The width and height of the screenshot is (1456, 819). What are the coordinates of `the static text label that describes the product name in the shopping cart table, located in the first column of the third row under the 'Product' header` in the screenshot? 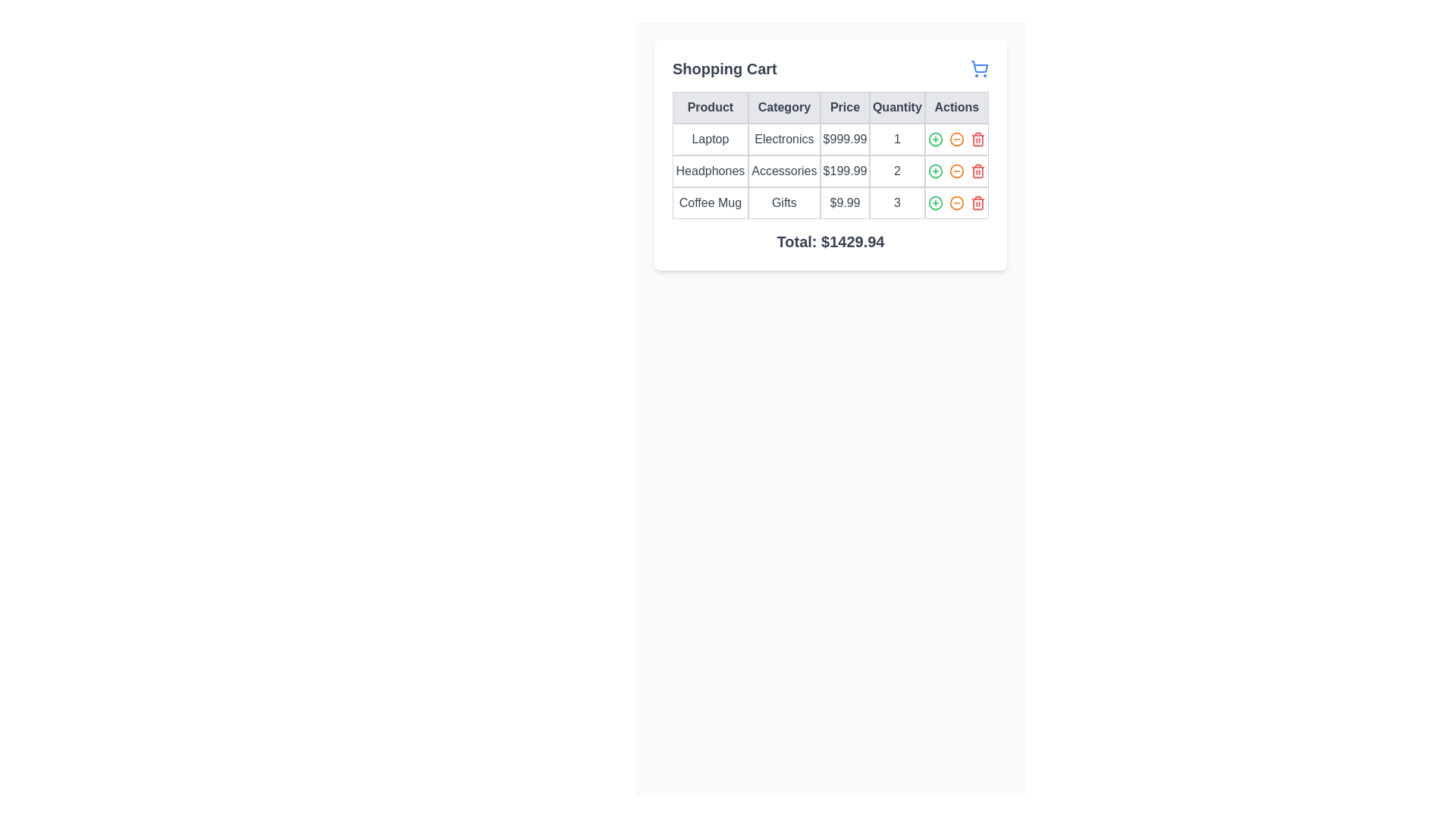 It's located at (709, 202).